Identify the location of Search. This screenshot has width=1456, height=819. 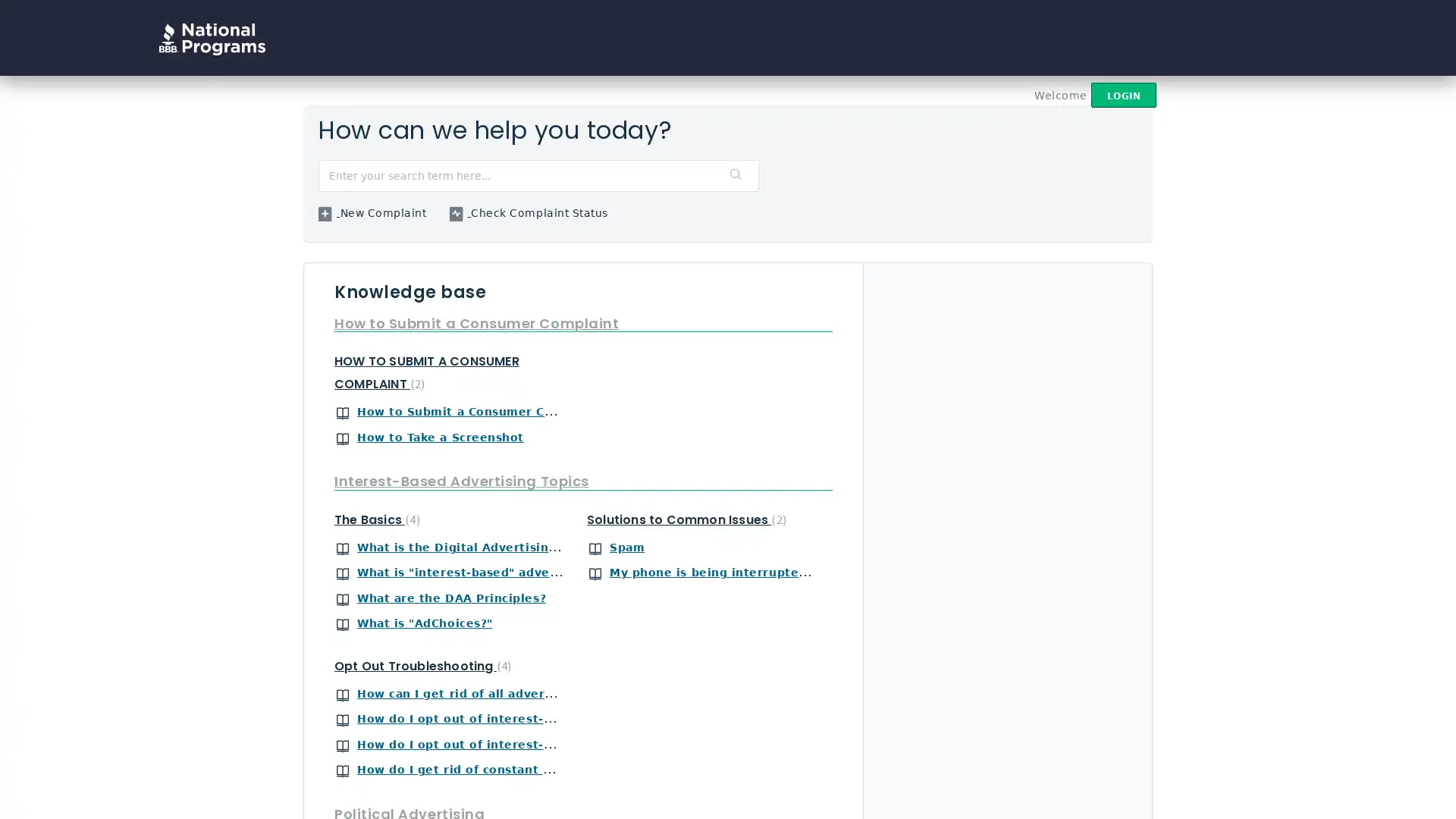
(735, 174).